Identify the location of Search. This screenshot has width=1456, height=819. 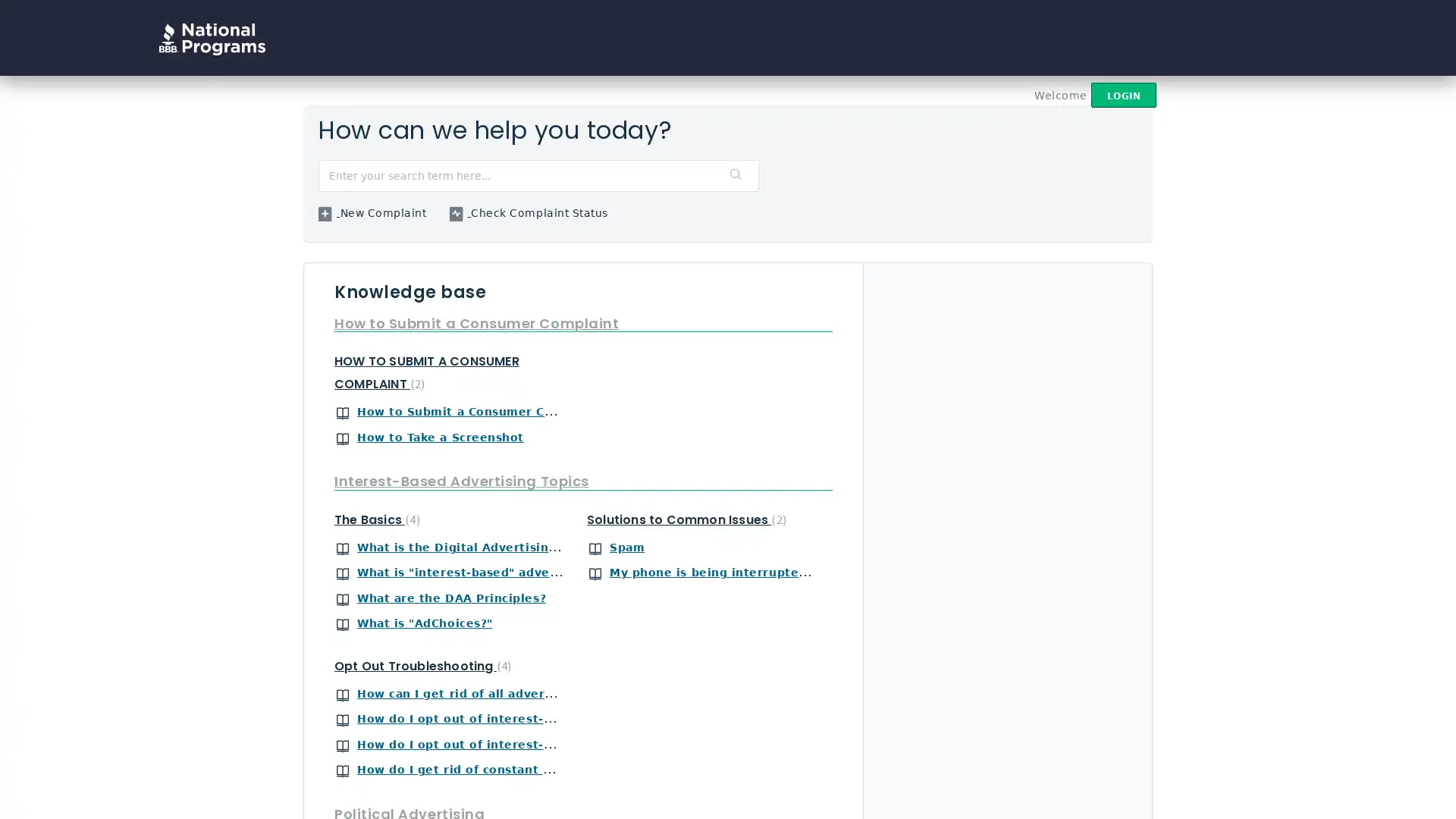
(735, 174).